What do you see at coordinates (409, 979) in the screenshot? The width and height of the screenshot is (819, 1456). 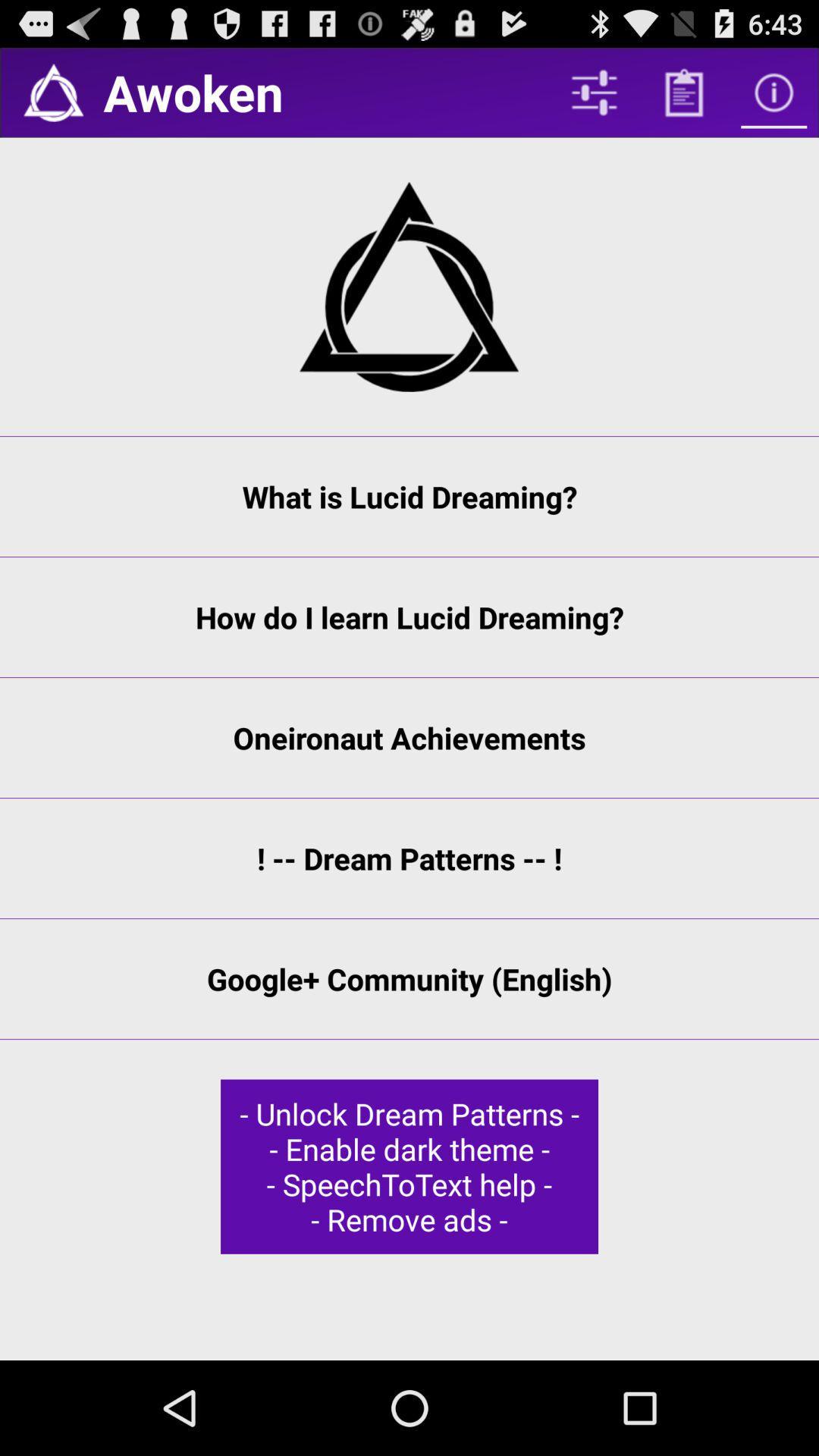 I see `google+ community (english)` at bounding box center [409, 979].